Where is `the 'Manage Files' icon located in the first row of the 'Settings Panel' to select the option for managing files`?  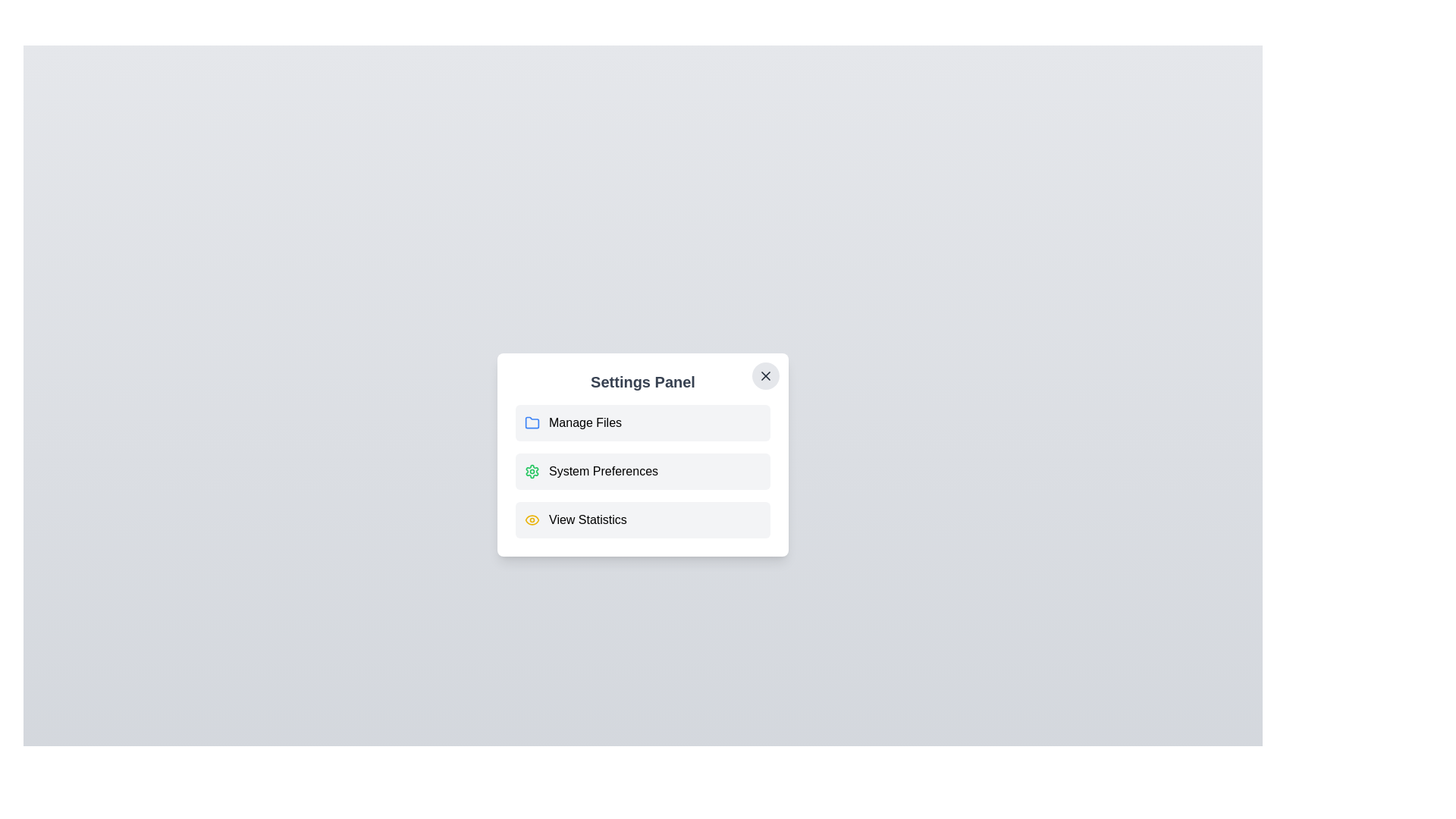
the 'Manage Files' icon located in the first row of the 'Settings Panel' to select the option for managing files is located at coordinates (532, 423).